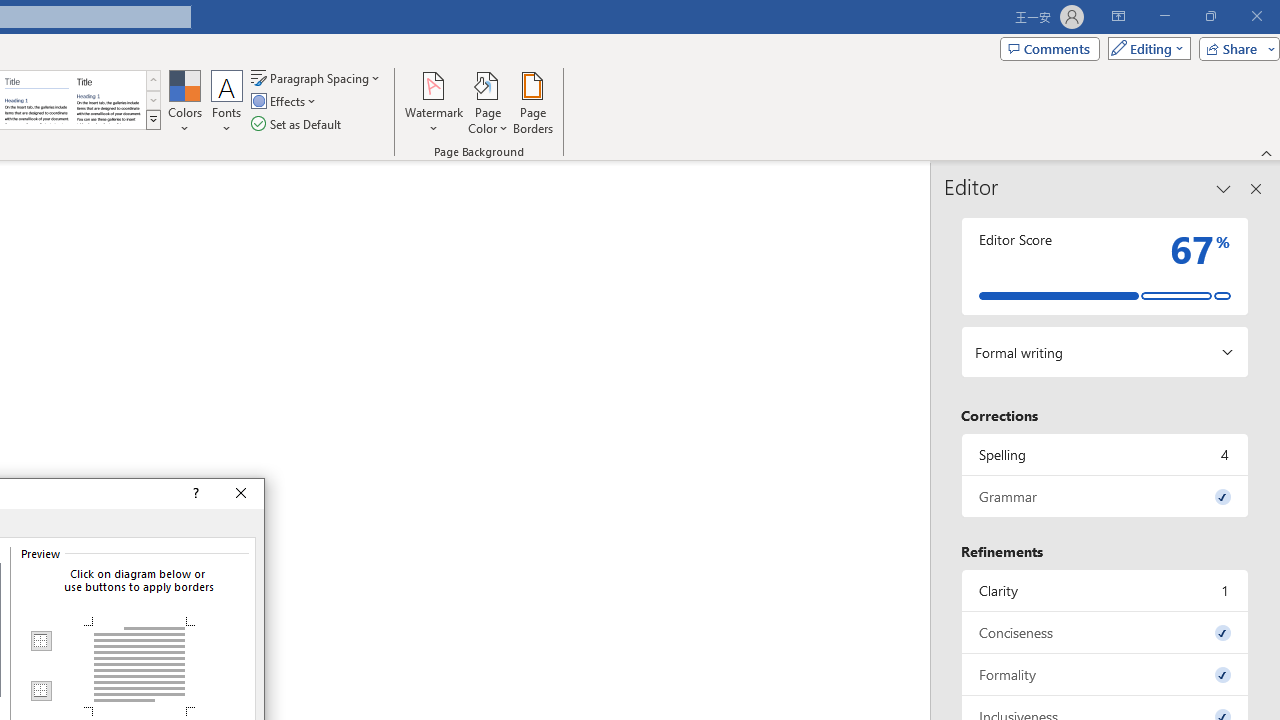 This screenshot has width=1280, height=720. I want to click on 'Colors', so click(184, 103).